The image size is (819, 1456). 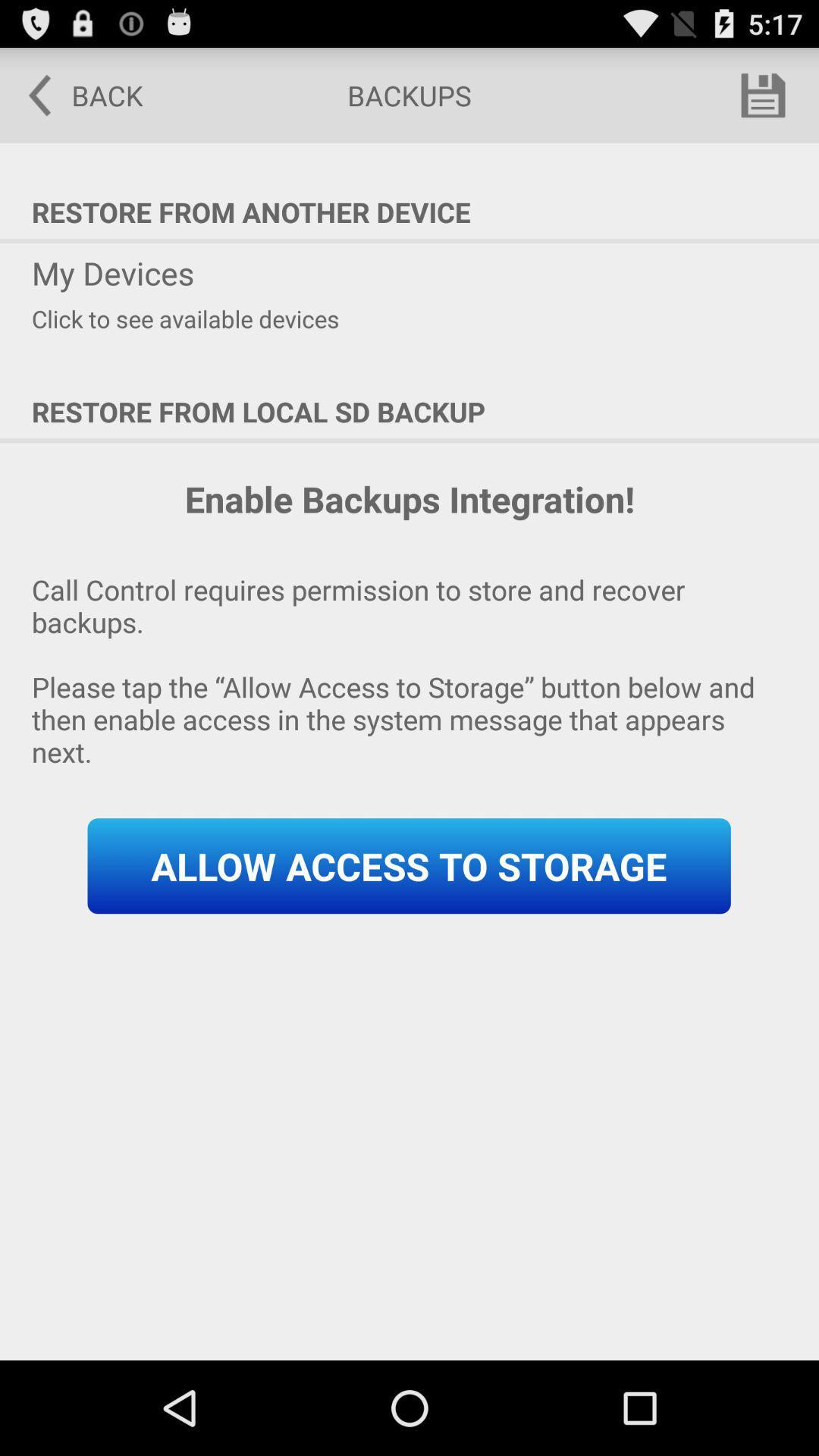 I want to click on item next to backups item, so click(x=763, y=94).